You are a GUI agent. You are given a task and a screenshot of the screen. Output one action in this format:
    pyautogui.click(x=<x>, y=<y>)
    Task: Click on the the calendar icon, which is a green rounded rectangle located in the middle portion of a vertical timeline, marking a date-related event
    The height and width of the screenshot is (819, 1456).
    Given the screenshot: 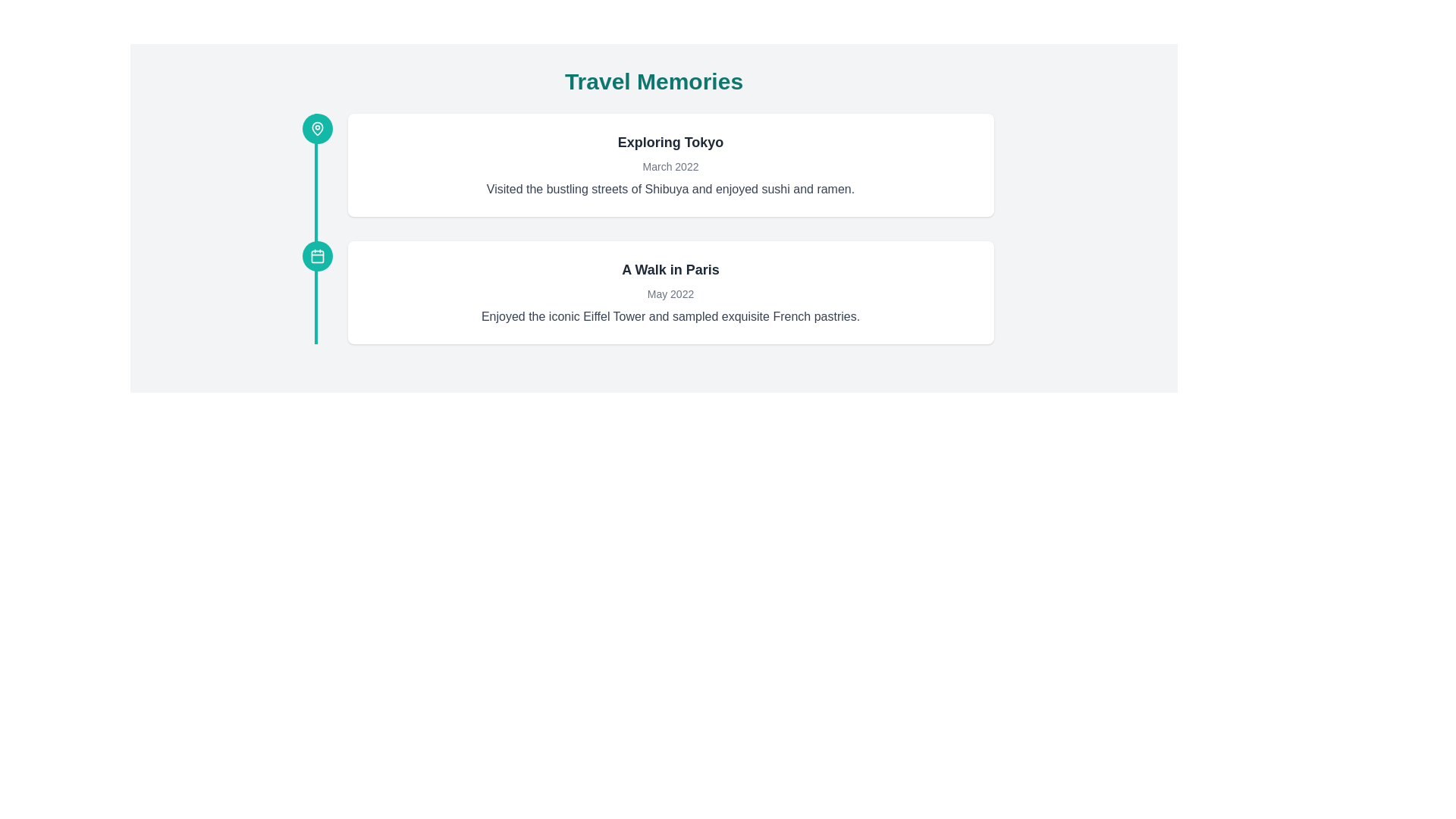 What is the action you would take?
    pyautogui.click(x=316, y=256)
    